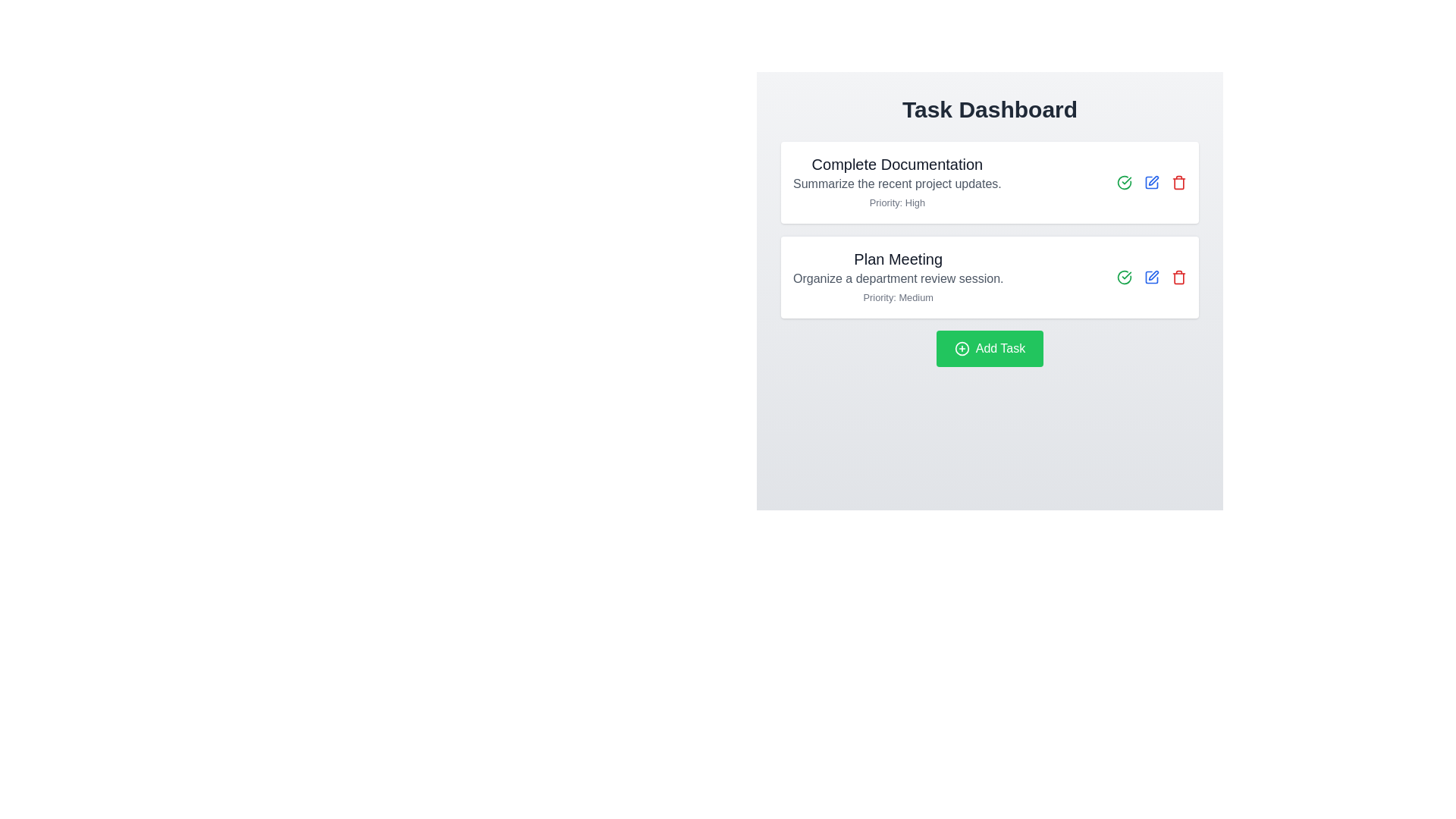 The width and height of the screenshot is (1456, 819). I want to click on the green checkmark icon button, which indicates a completed or approved action, located to the right of the 'Plan Meeting' task description, so click(1125, 181).